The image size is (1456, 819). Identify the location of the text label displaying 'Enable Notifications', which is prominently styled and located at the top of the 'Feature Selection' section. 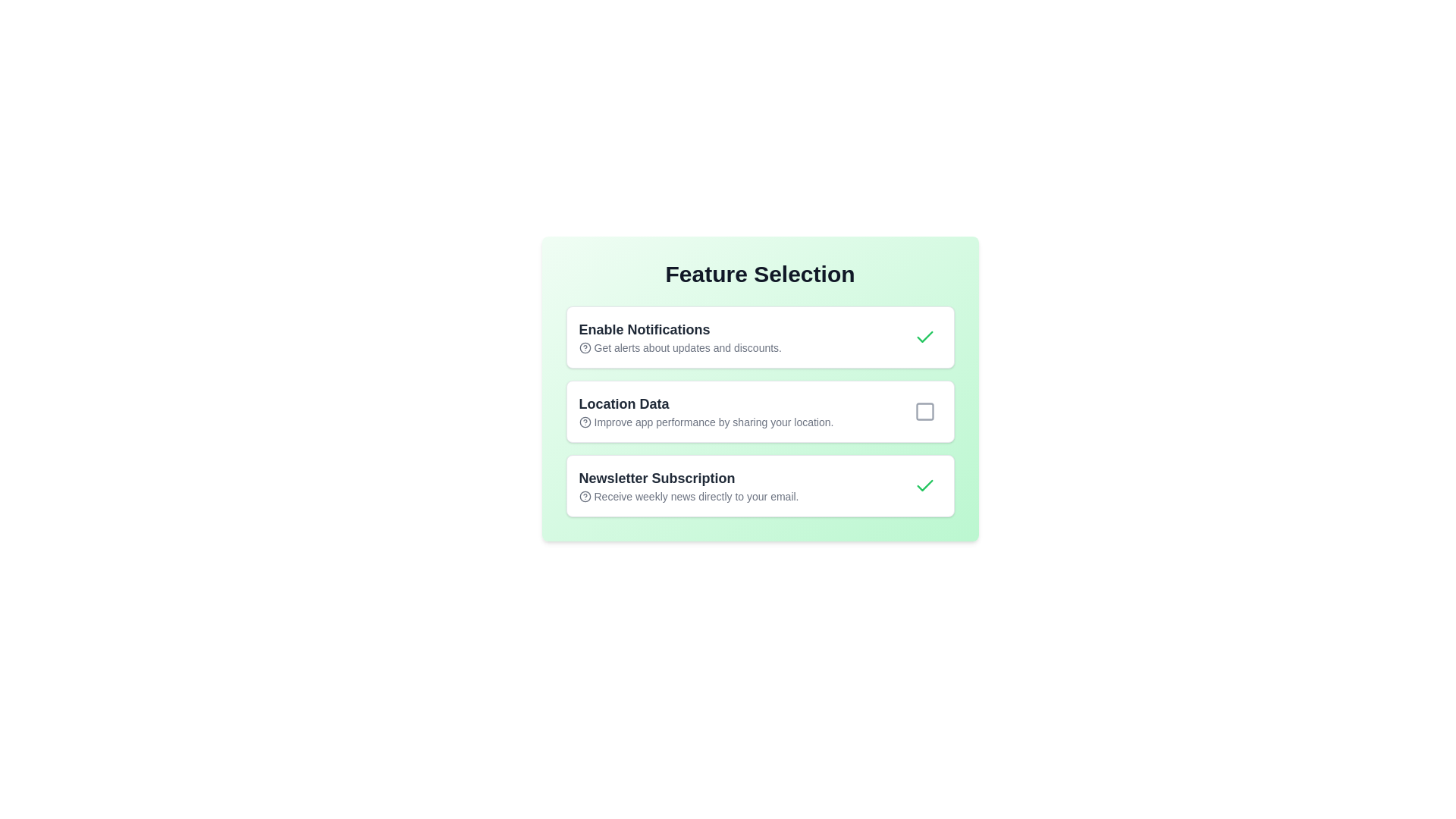
(679, 329).